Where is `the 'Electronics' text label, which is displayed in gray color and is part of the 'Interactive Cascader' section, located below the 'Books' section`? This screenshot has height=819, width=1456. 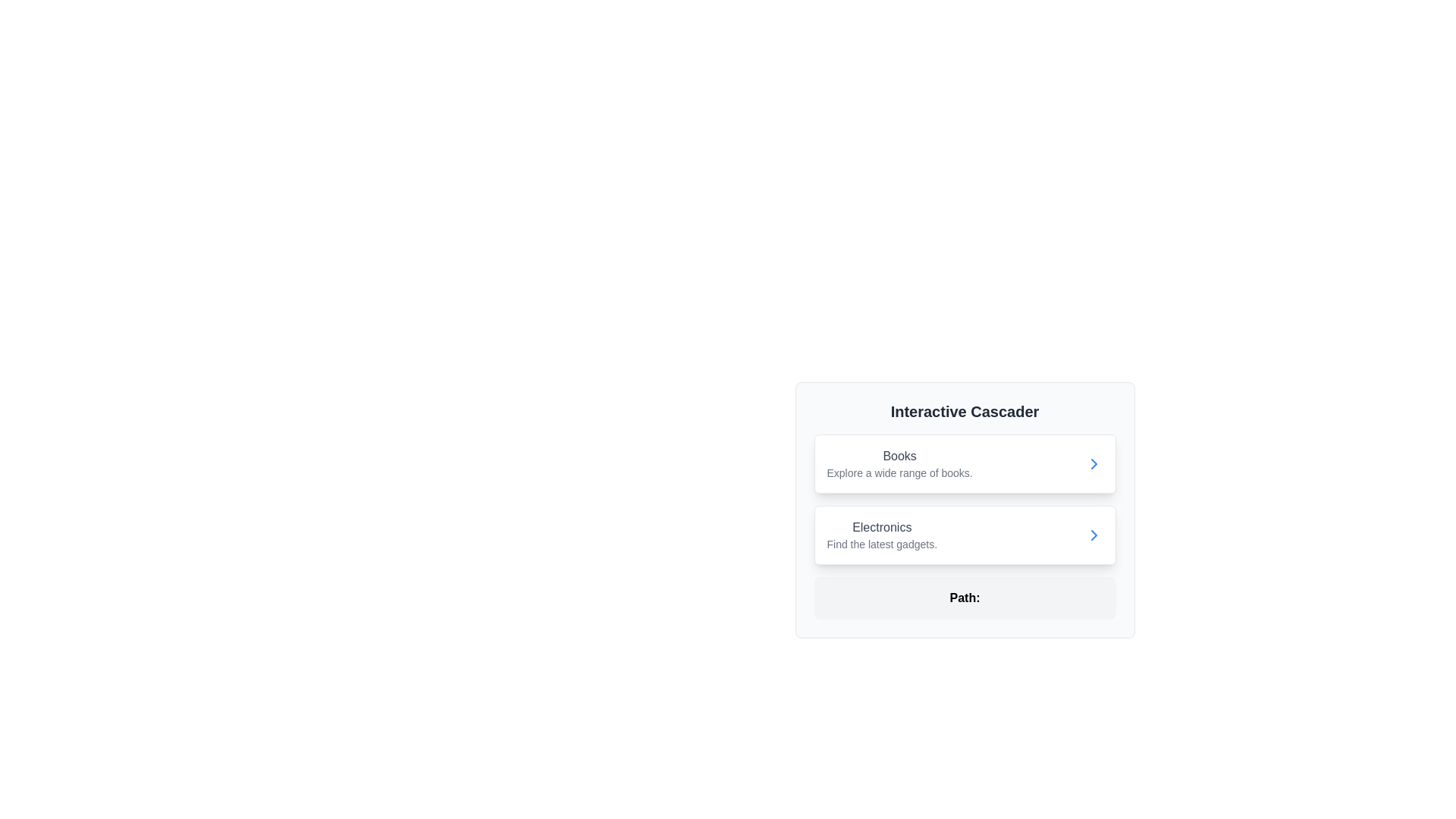 the 'Electronics' text label, which is displayed in gray color and is part of the 'Interactive Cascader' section, located below the 'Books' section is located at coordinates (882, 526).